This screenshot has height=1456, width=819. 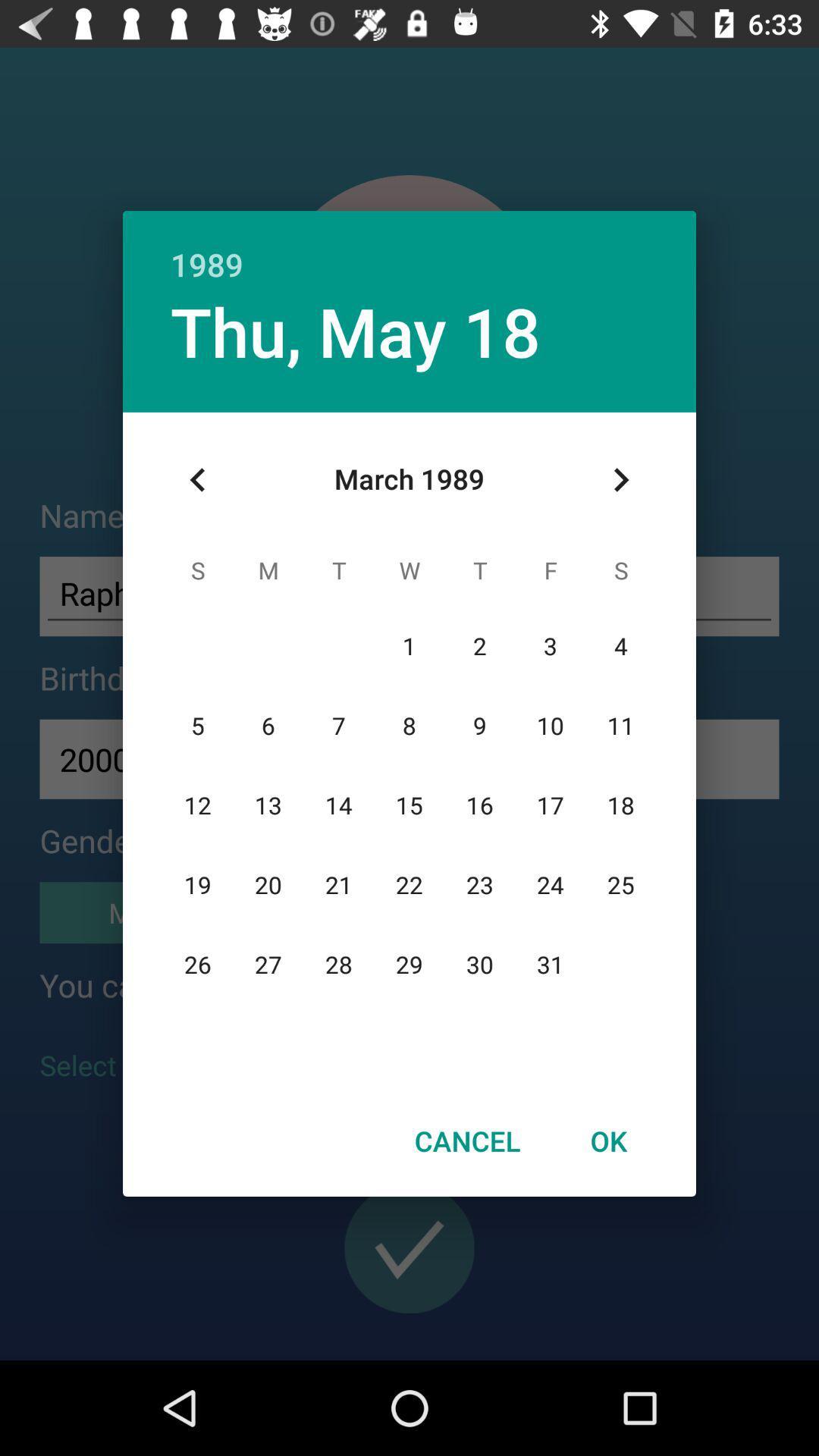 I want to click on icon at the top right corner, so click(x=620, y=479).